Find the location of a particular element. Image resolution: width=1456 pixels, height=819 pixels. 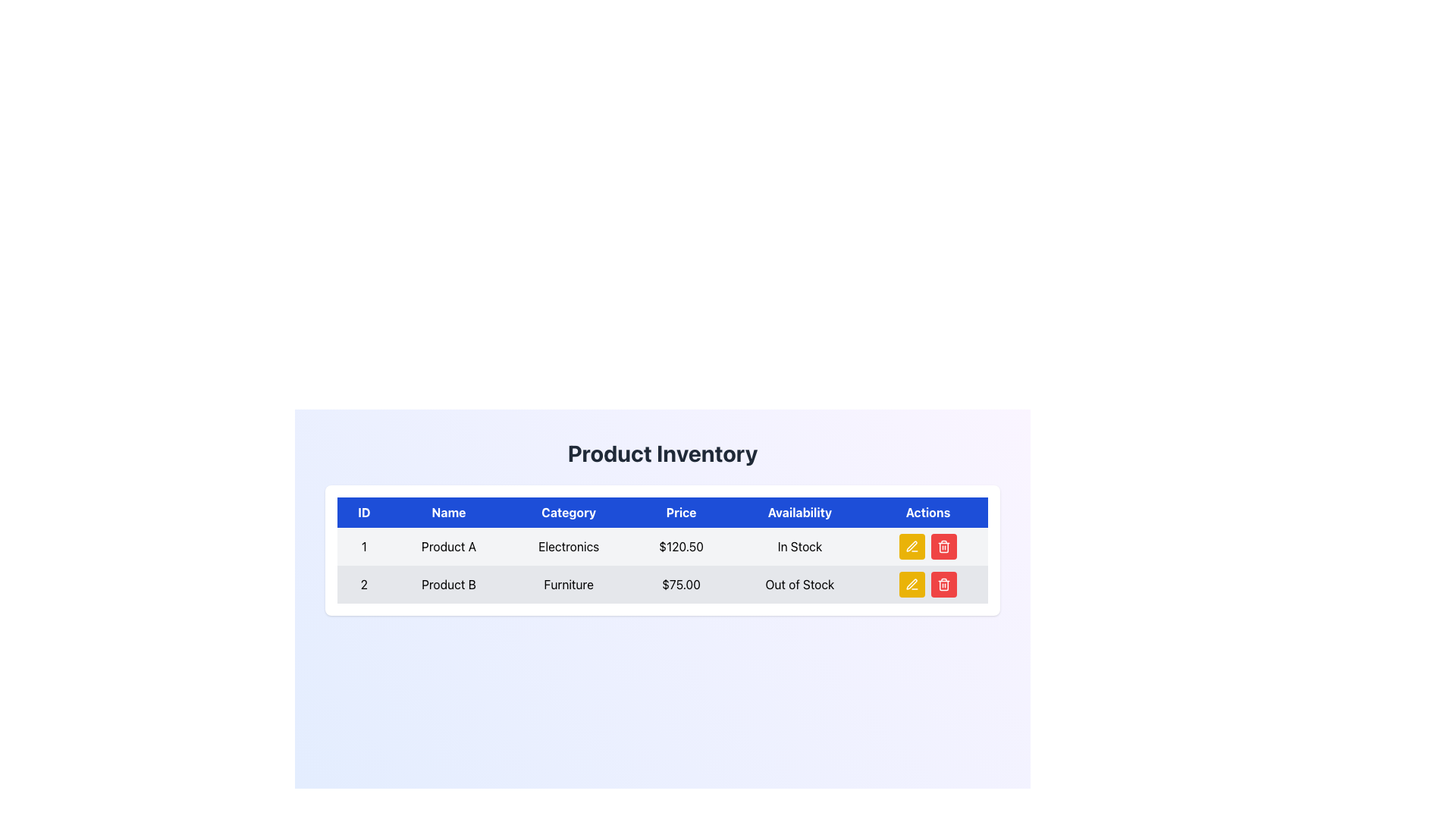

the static text label displaying the category of Product B, located under the 'Category' column in the second row of the table is located at coordinates (568, 584).